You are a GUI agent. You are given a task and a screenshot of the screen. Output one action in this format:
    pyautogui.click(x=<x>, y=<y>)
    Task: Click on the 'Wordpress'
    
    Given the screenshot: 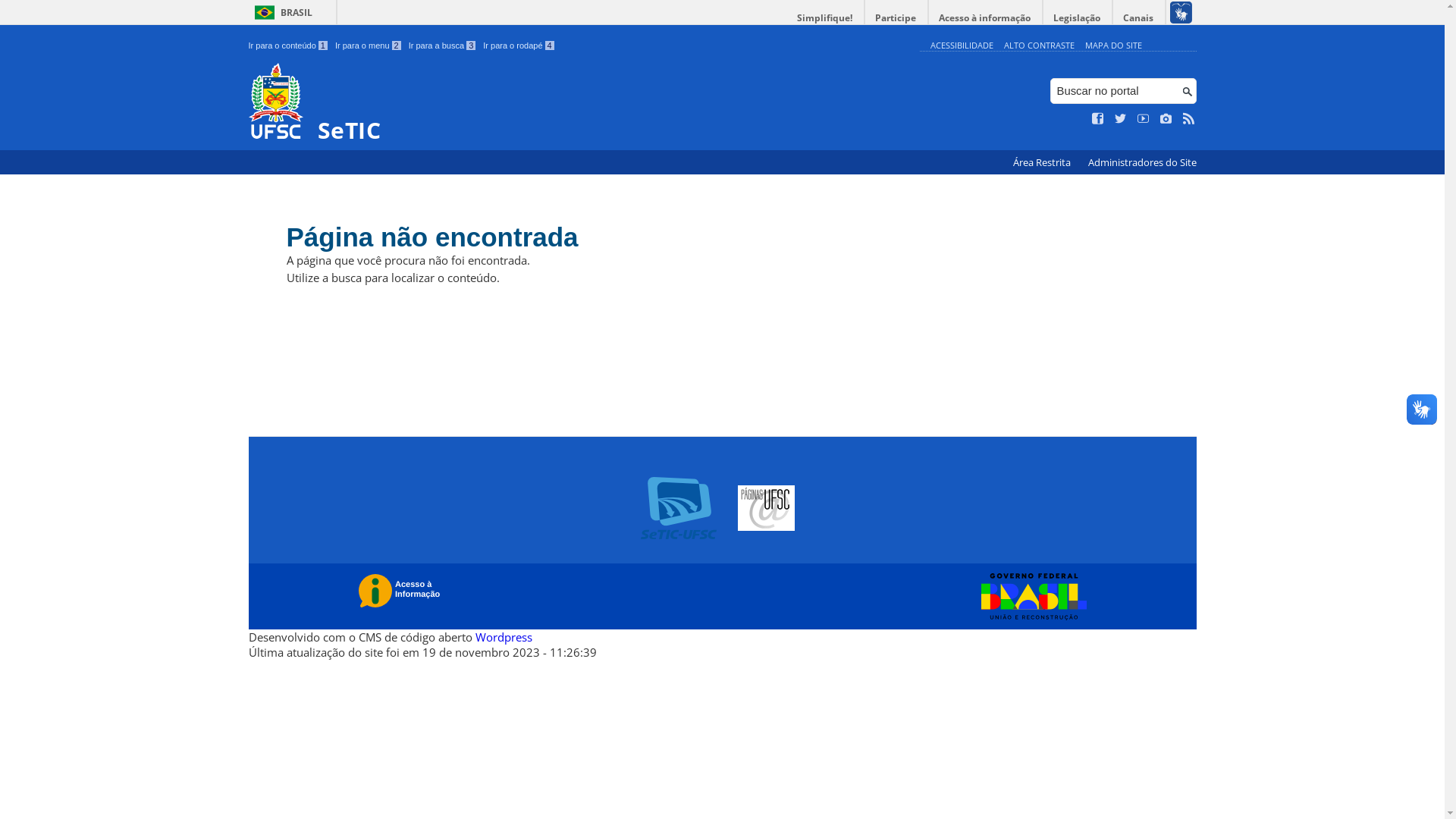 What is the action you would take?
    pyautogui.click(x=503, y=637)
    